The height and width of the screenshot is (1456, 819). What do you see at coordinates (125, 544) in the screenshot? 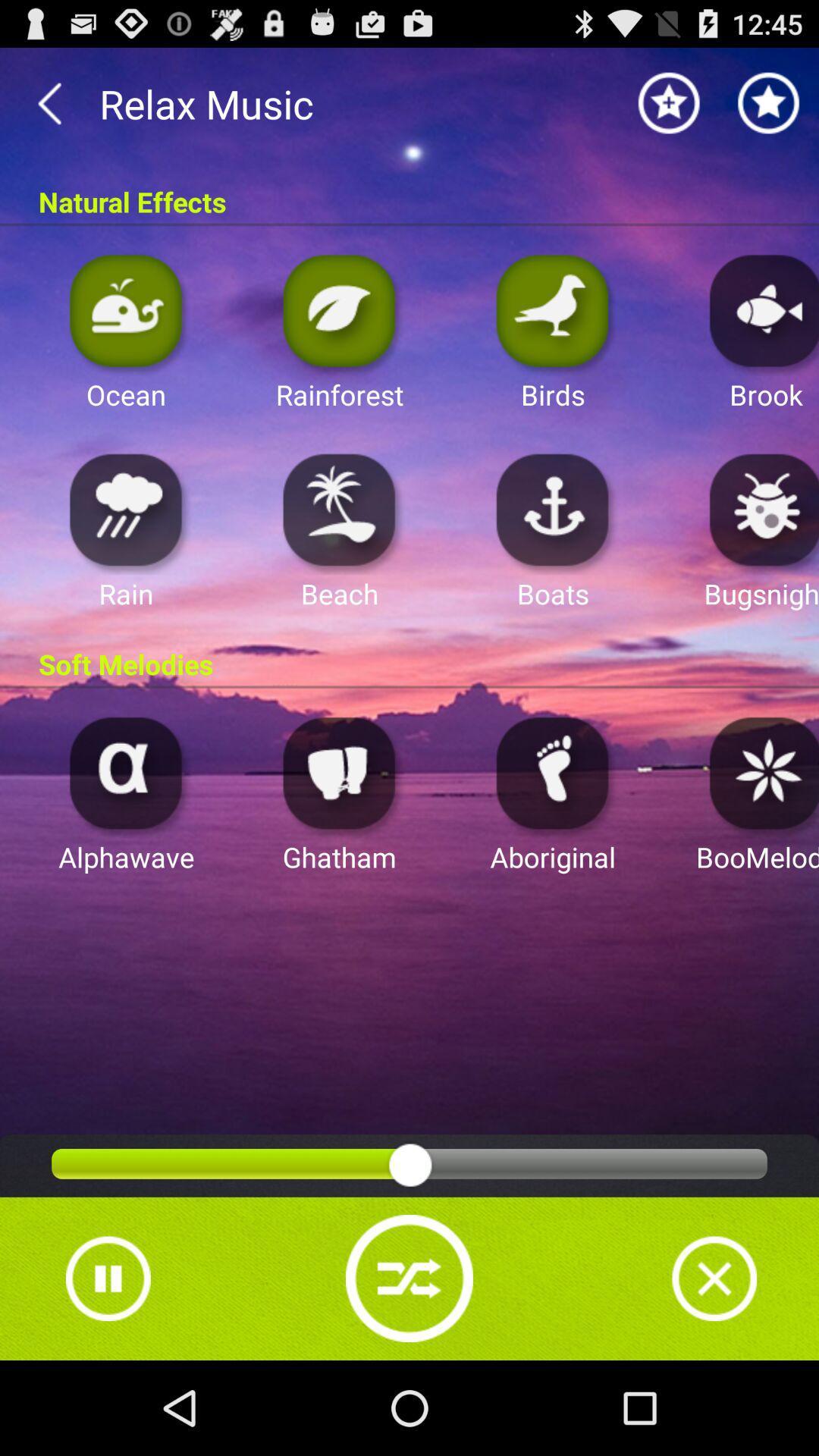
I see `the weather icon` at bounding box center [125, 544].